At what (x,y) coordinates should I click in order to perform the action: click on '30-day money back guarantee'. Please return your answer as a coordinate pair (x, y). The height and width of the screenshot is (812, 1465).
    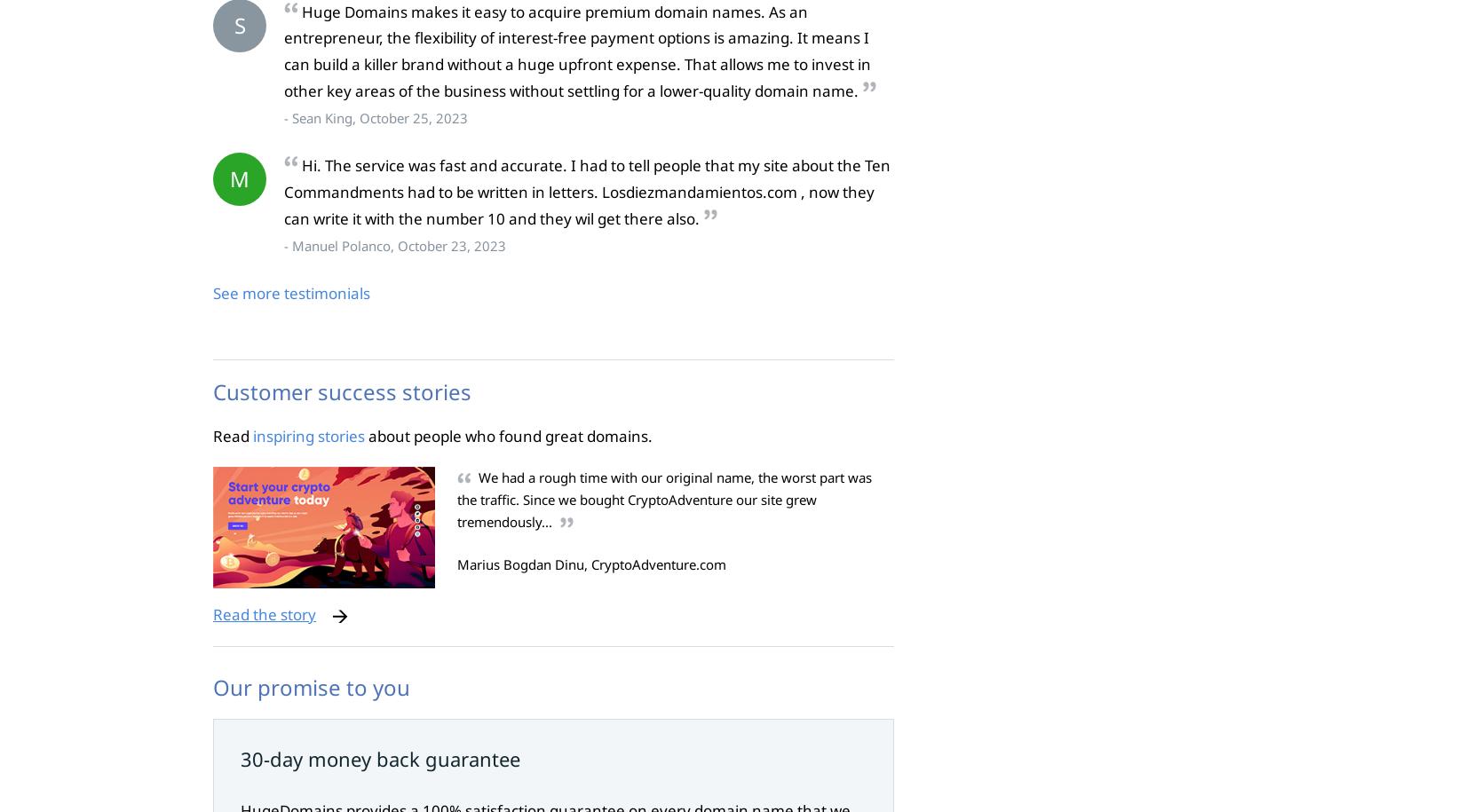
    Looking at the image, I should click on (379, 757).